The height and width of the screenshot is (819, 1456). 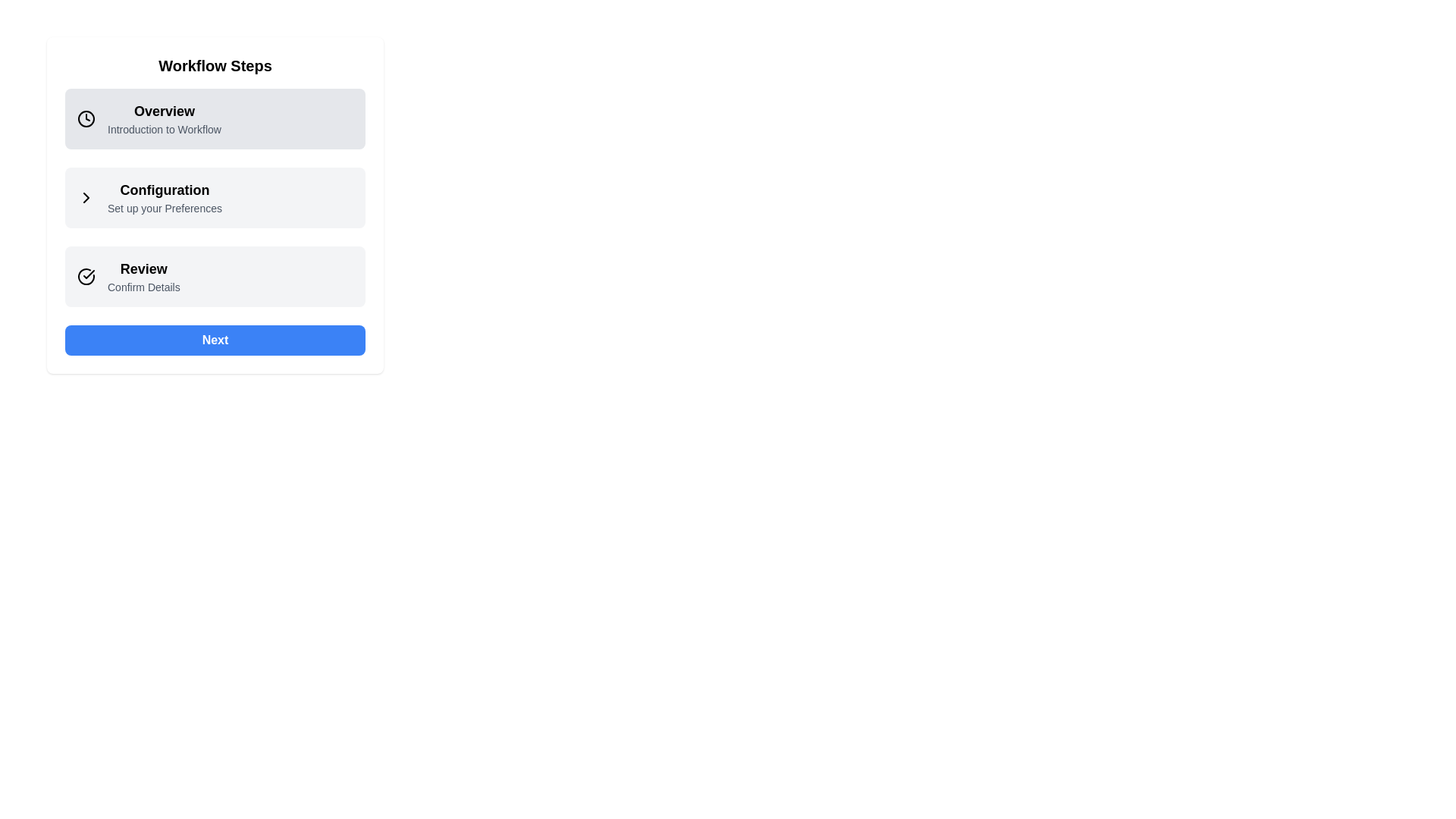 What do you see at coordinates (143, 268) in the screenshot?
I see `the 'Review' text label in the Workflow Steps section, which indicates the current step in the workflow` at bounding box center [143, 268].